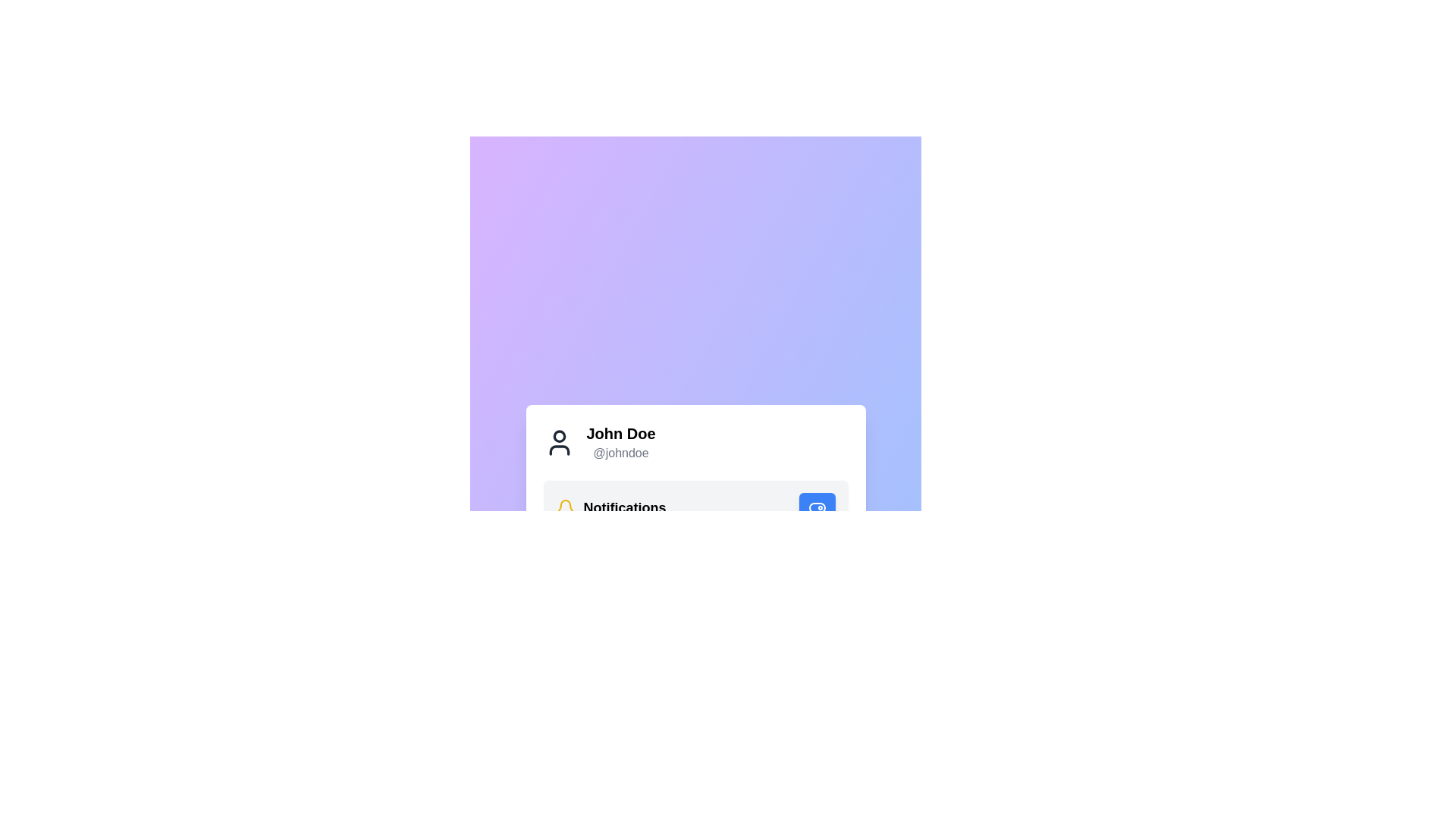 The width and height of the screenshot is (1456, 819). Describe the element at coordinates (558, 450) in the screenshot. I see `the curved line resembling the shoulders or torso of the user icon, which is part of an SVG graphic and located directly below the circular head-like element` at that location.